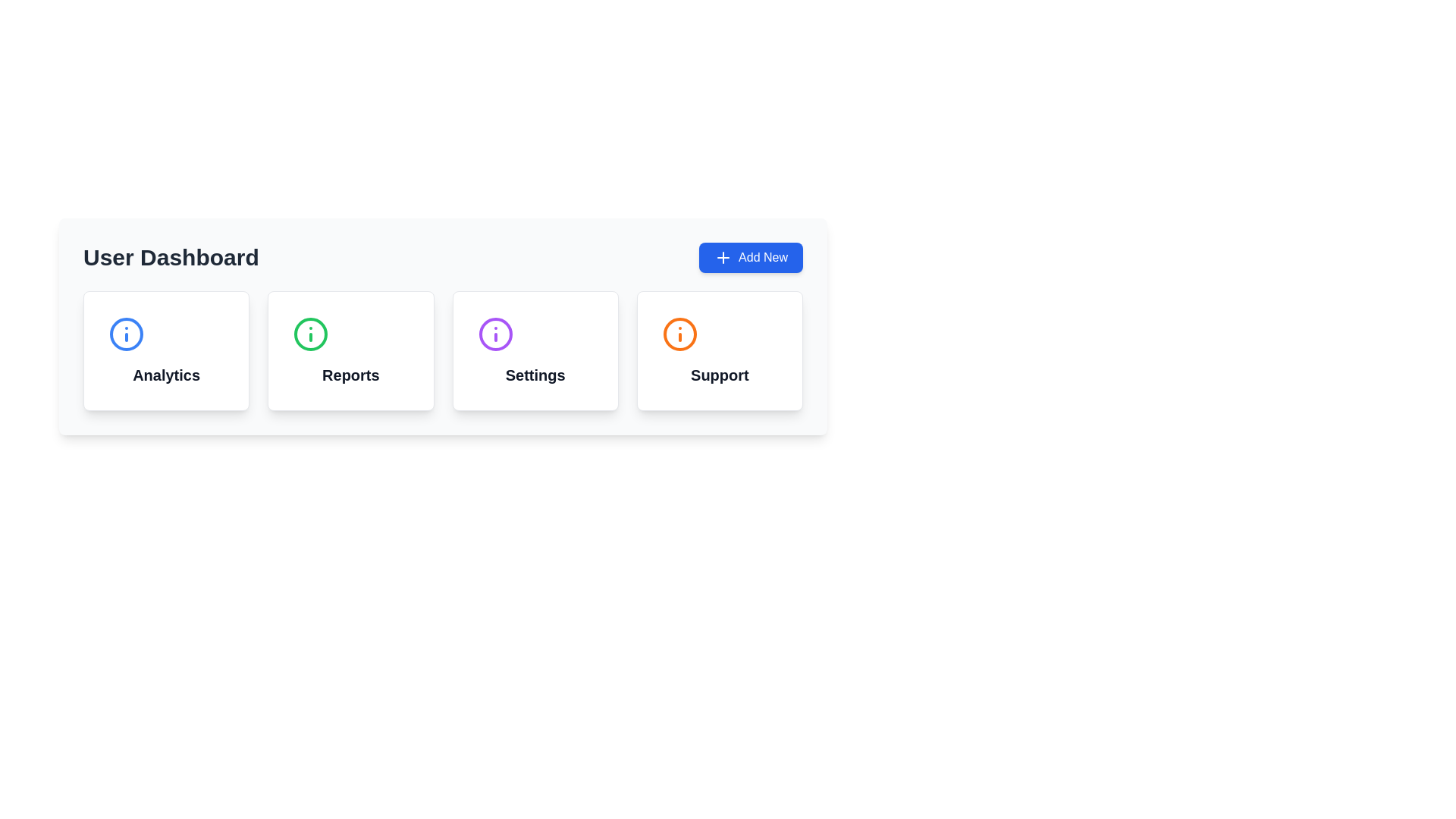  I want to click on the 'Add New' button located at the top-right corner of the User Dashboard, which has a blue background and white text with an addition icon on the left, so click(751, 256).